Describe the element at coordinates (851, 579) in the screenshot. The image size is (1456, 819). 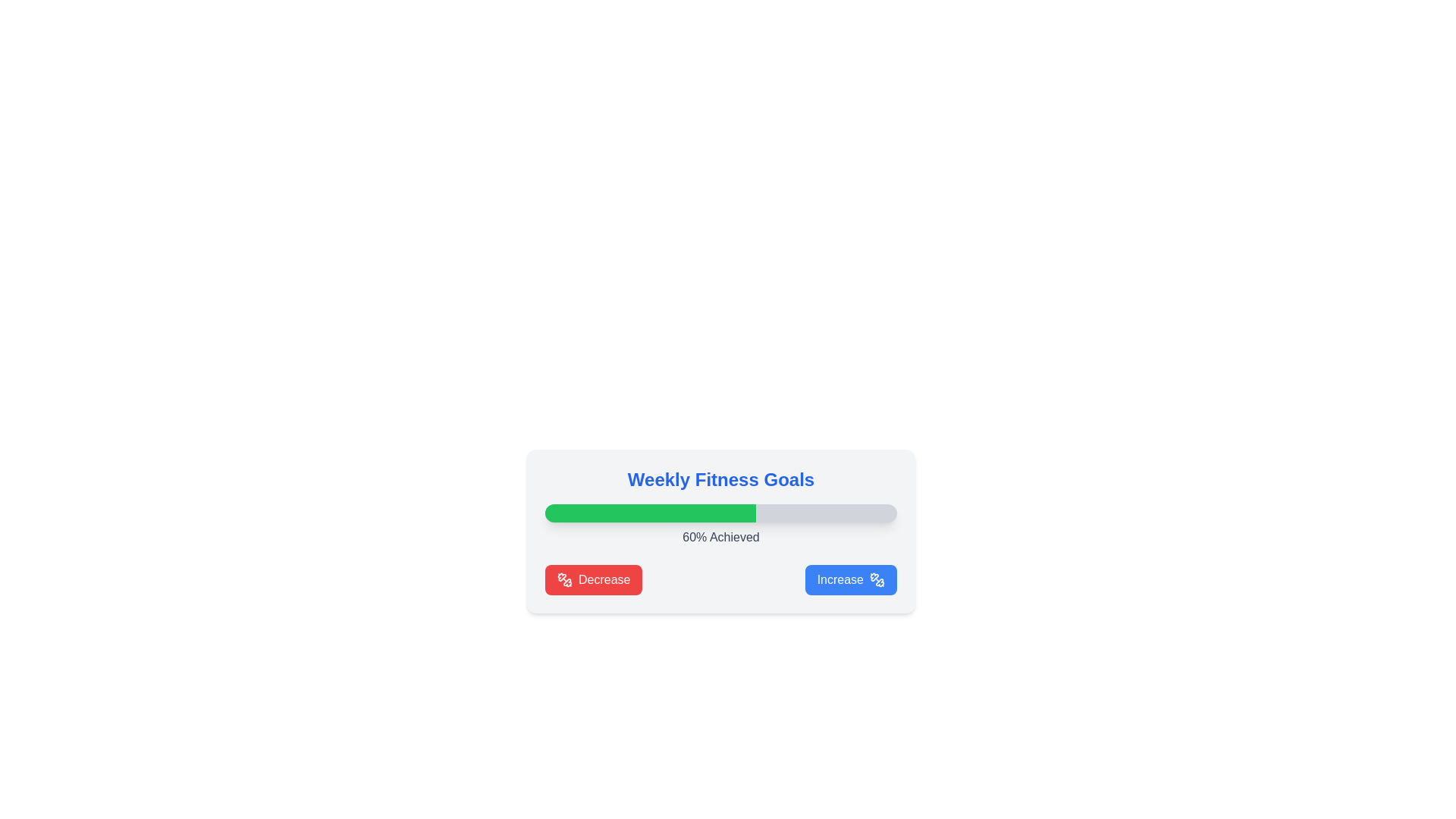
I see `the 'Increase' button with blue background and white text` at that location.